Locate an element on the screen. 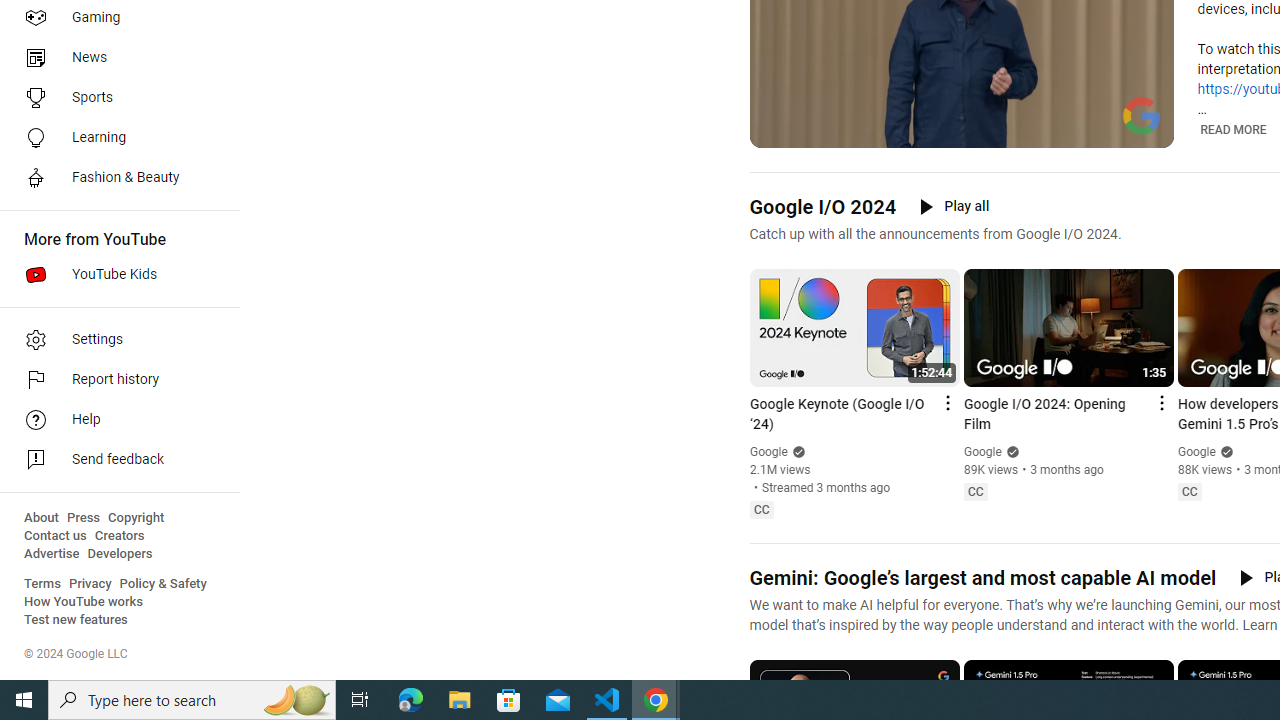 The image size is (1280, 720). 'Seek slider' is located at coordinates (961, 109).